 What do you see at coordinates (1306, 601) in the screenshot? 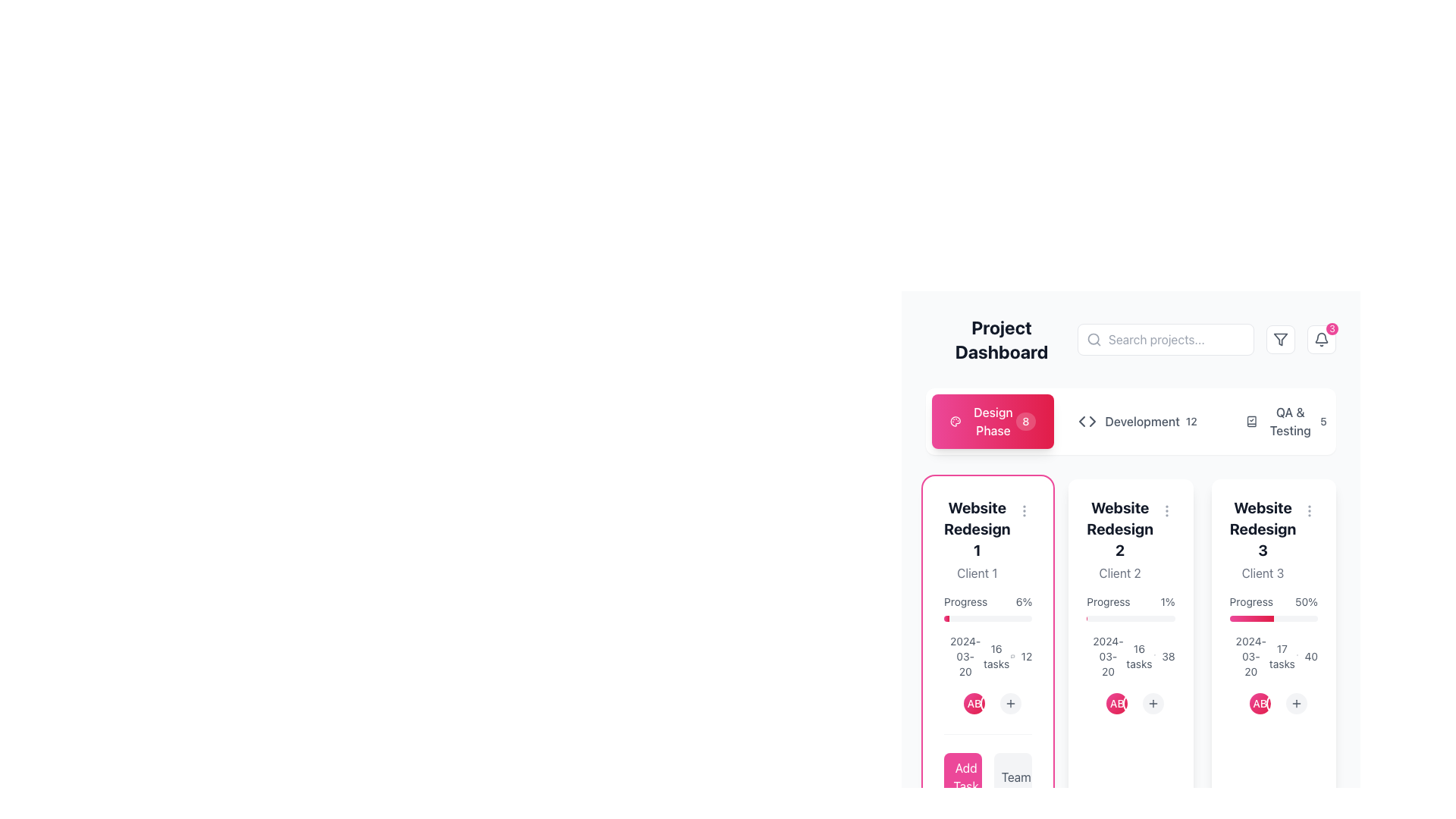
I see `the static text label displaying '50%' in gray font, indicating progress percentage, which is part of the card labeled 'Website Redesign 3'` at bounding box center [1306, 601].